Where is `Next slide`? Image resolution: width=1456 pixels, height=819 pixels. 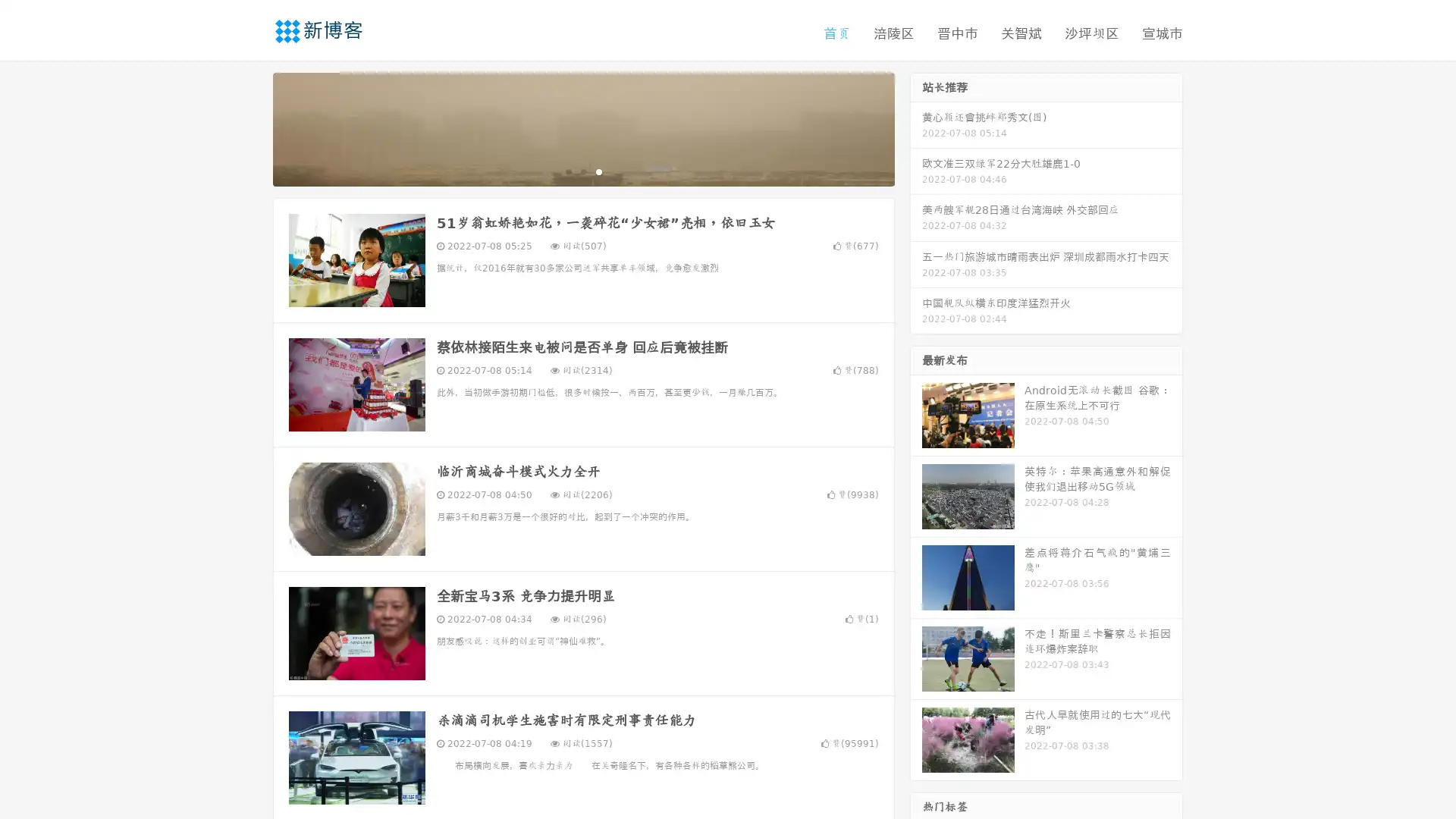
Next slide is located at coordinates (916, 127).